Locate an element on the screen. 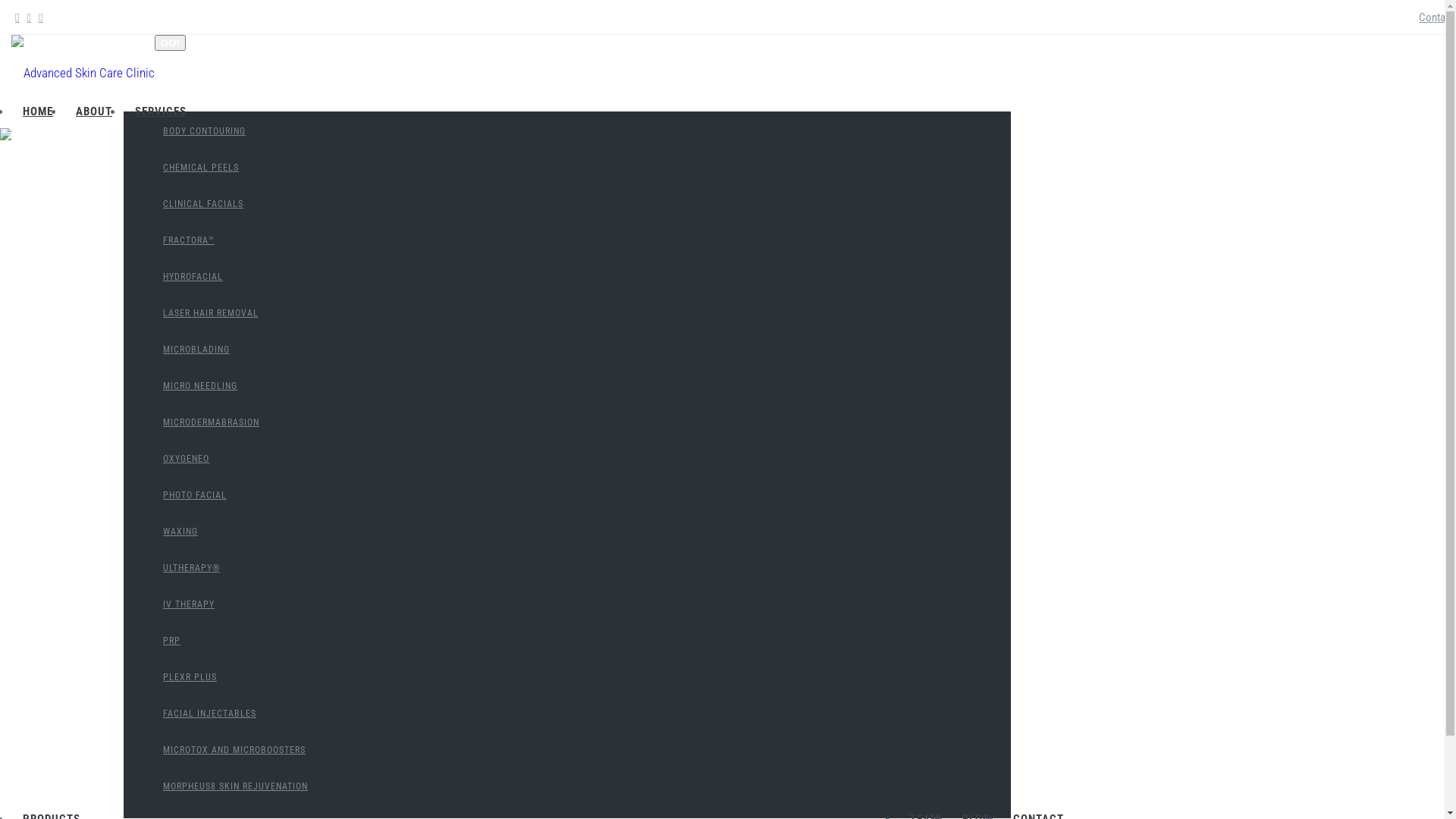  'OXYGENEO' is located at coordinates (163, 458).